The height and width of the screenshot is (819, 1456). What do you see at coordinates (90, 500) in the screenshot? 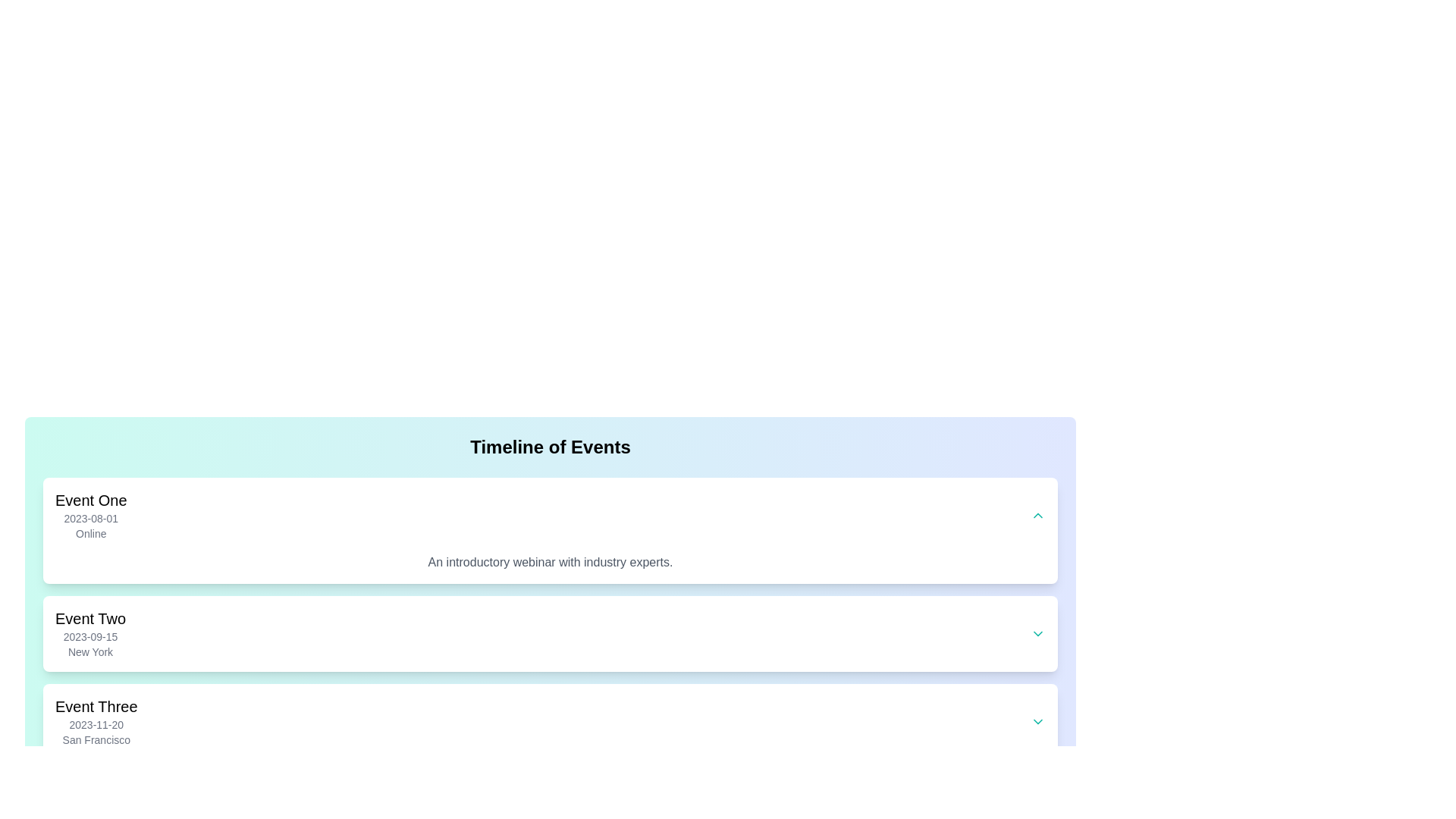
I see `the title text label of the first event entry, which identifies the event and is located at the top-left corner of the entry` at bounding box center [90, 500].